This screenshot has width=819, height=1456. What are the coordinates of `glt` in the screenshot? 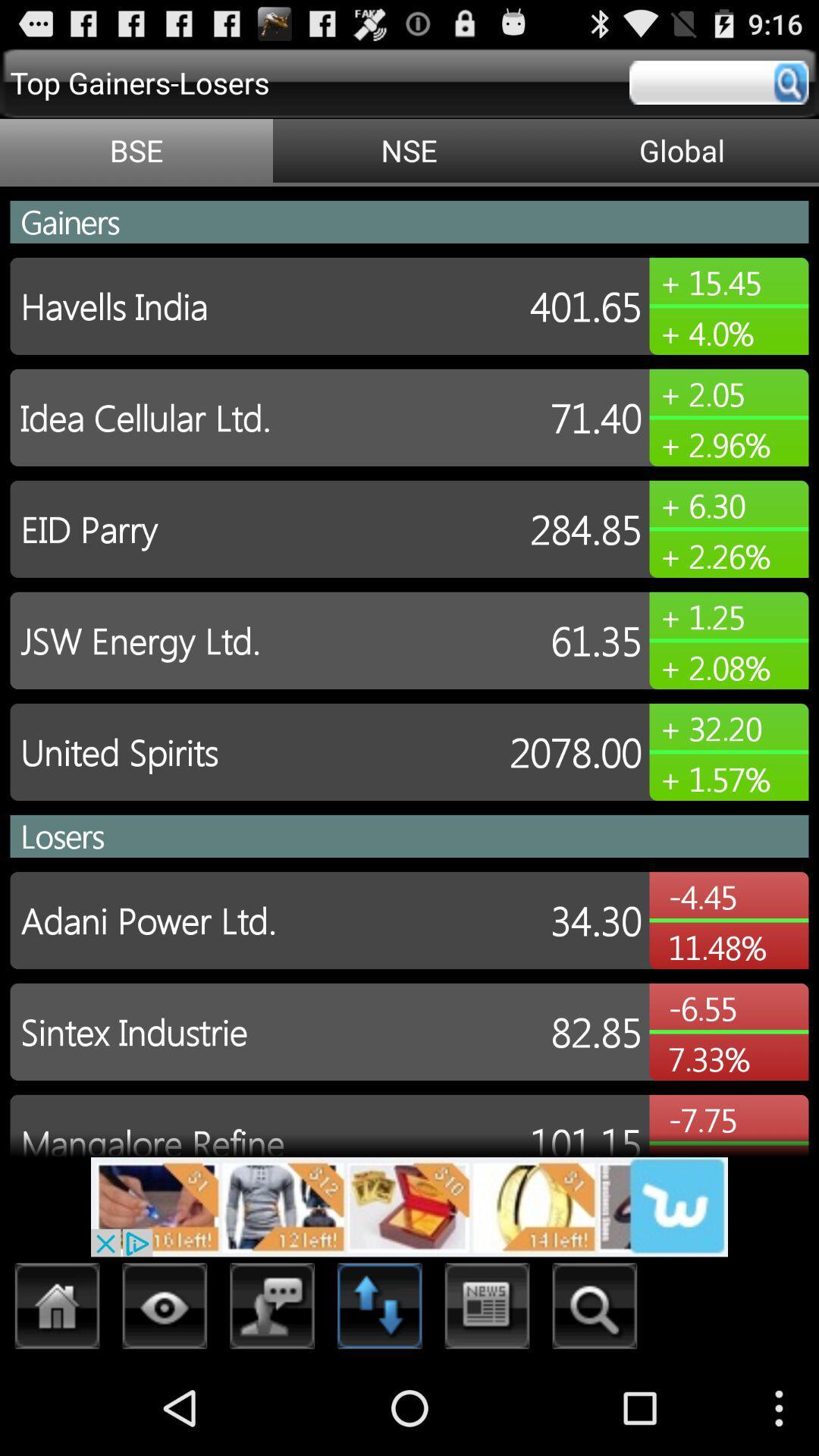 It's located at (57, 1310).